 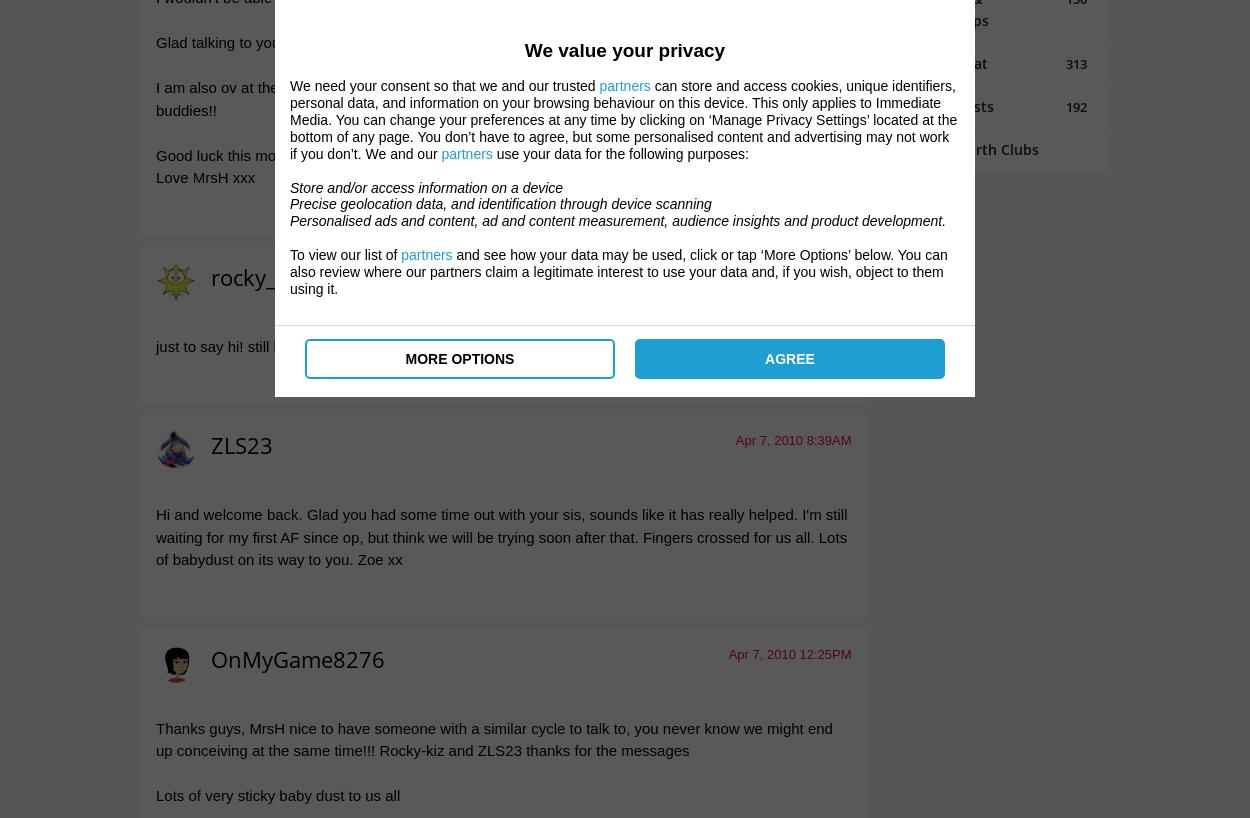 I want to click on 'I am also ov at the moment (not using any kits etc but going by dates I should be) so we are ovulation buddies!!', so click(x=491, y=98).